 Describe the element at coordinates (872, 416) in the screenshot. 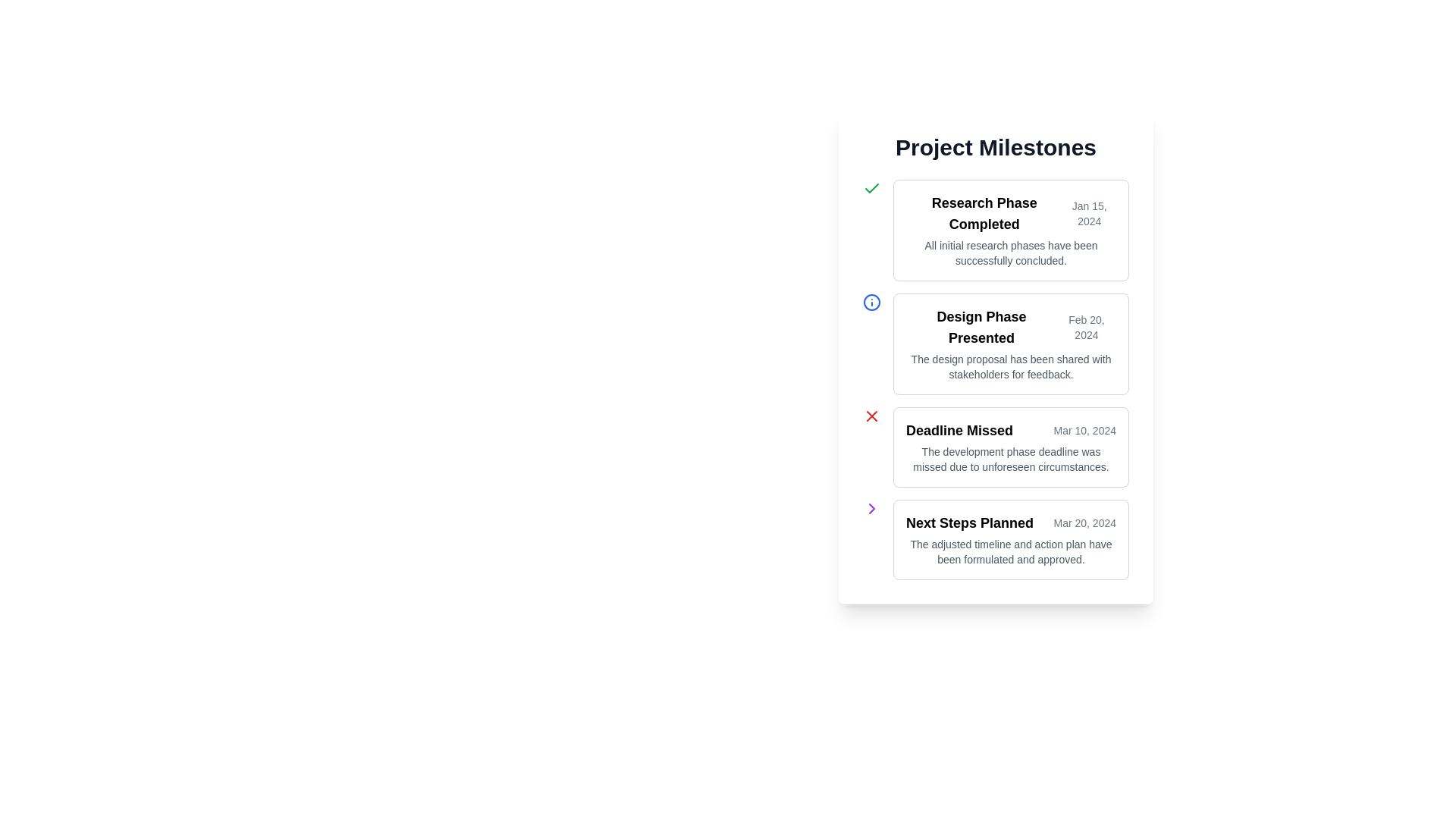

I see `the red 'X' icon indicating an issue with the milestone titled 'Deadline Missed'` at that location.